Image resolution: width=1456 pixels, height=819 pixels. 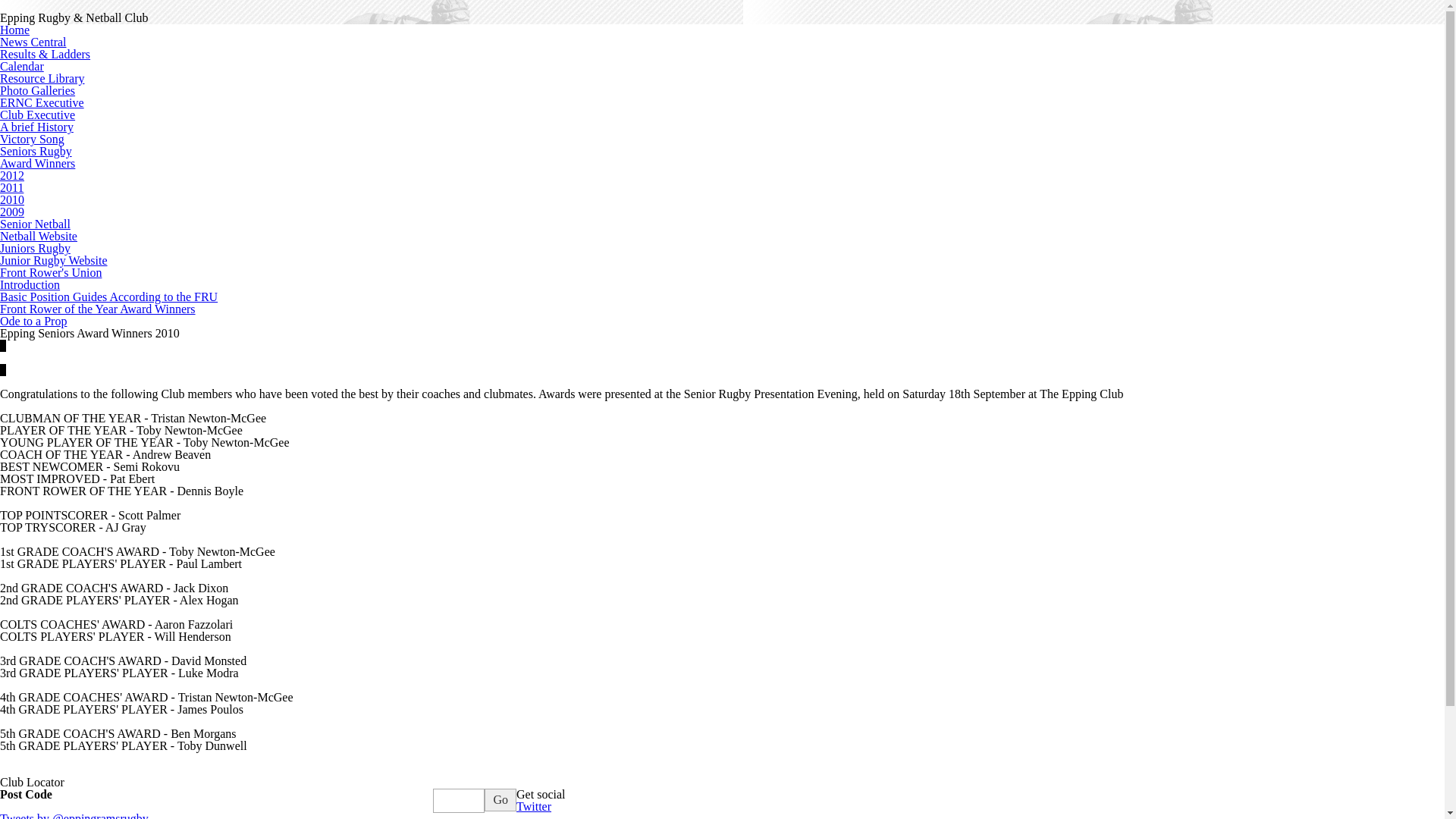 I want to click on 'Home', so click(x=14, y=30).